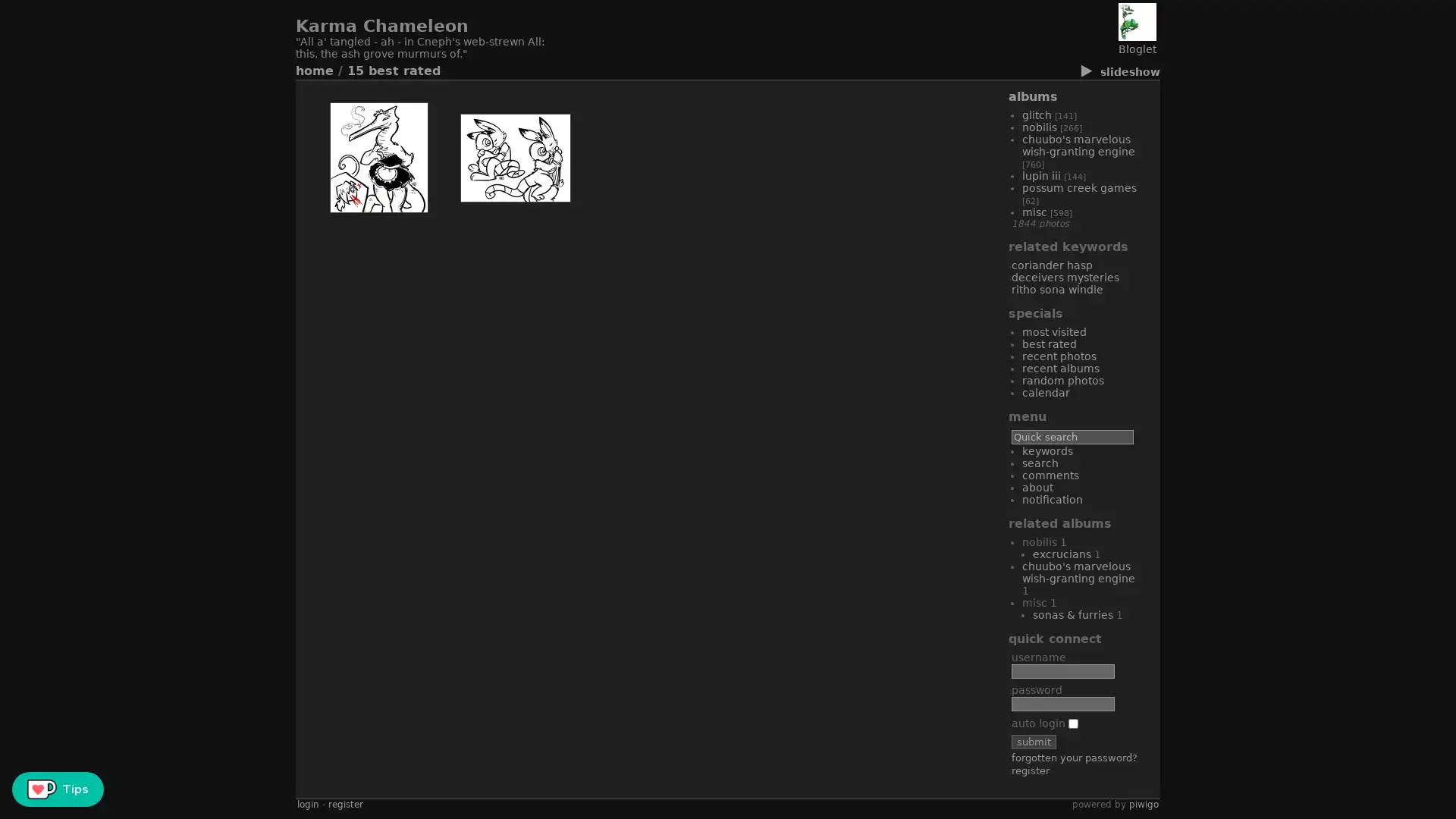 The width and height of the screenshot is (1456, 819). Describe the element at coordinates (1033, 741) in the screenshot. I see `Submit` at that location.